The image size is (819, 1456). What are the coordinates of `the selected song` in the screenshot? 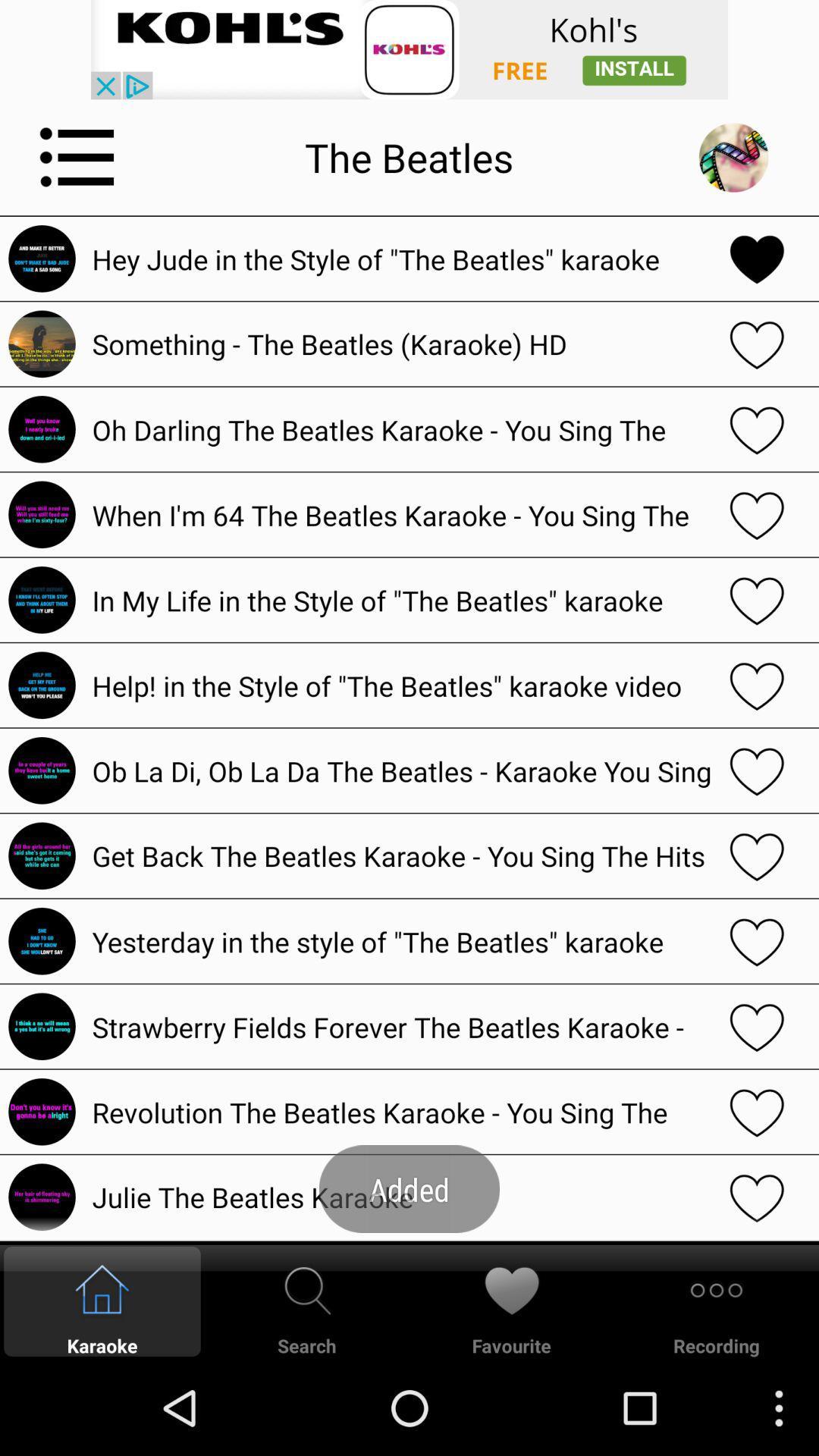 It's located at (757, 514).